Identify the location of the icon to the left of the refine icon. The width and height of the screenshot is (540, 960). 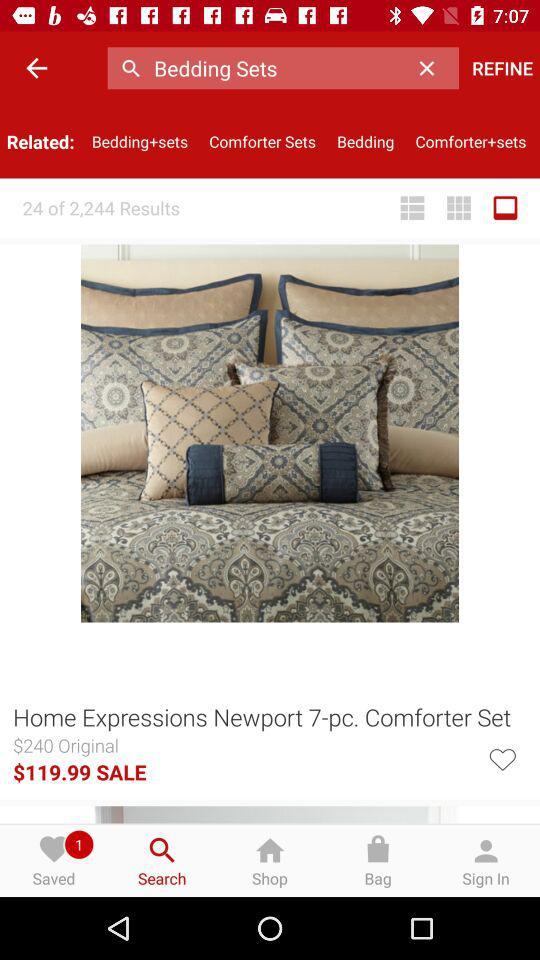
(431, 68).